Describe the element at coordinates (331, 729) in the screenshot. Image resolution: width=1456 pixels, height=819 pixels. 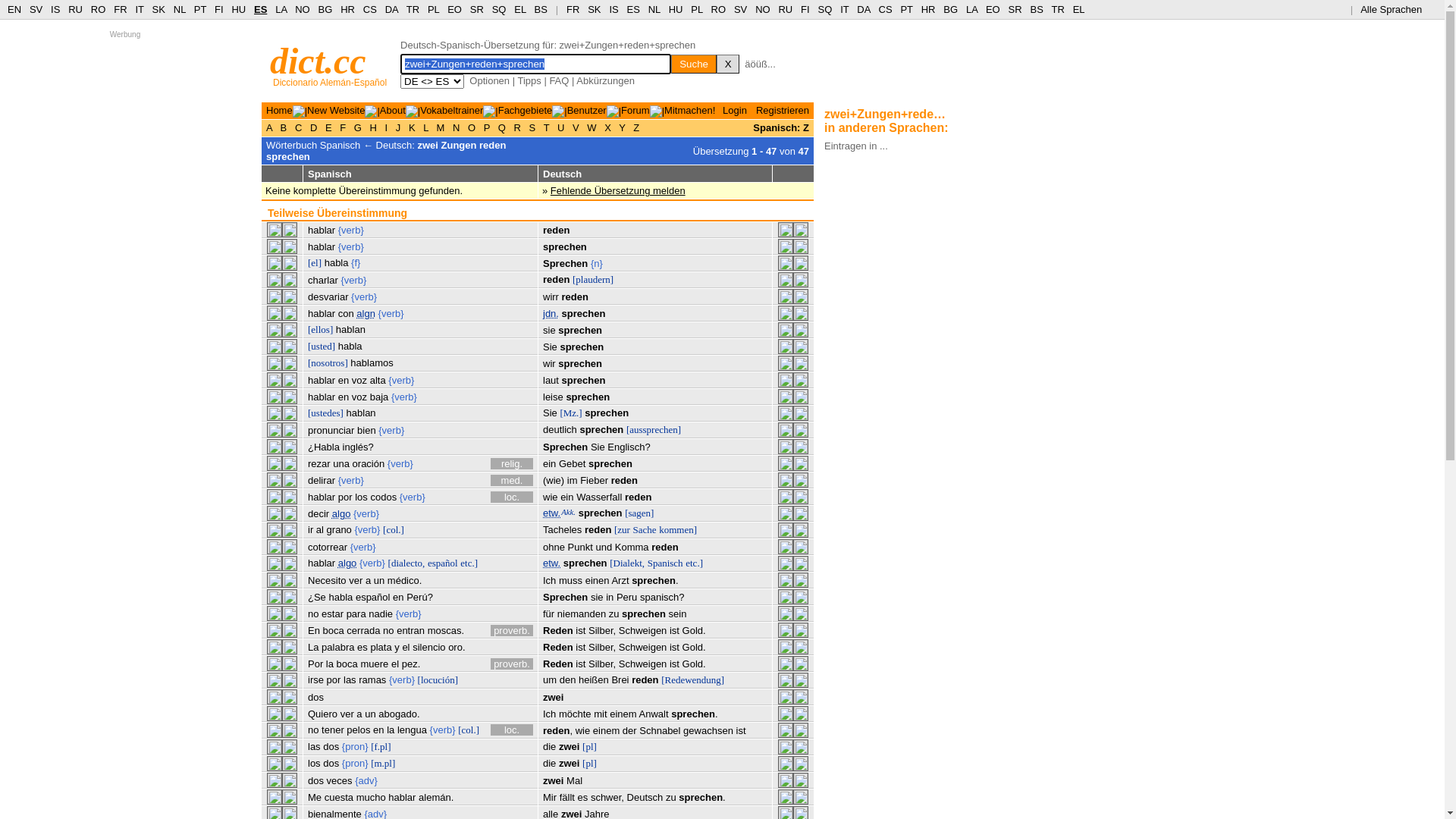
I see `'tener'` at that location.